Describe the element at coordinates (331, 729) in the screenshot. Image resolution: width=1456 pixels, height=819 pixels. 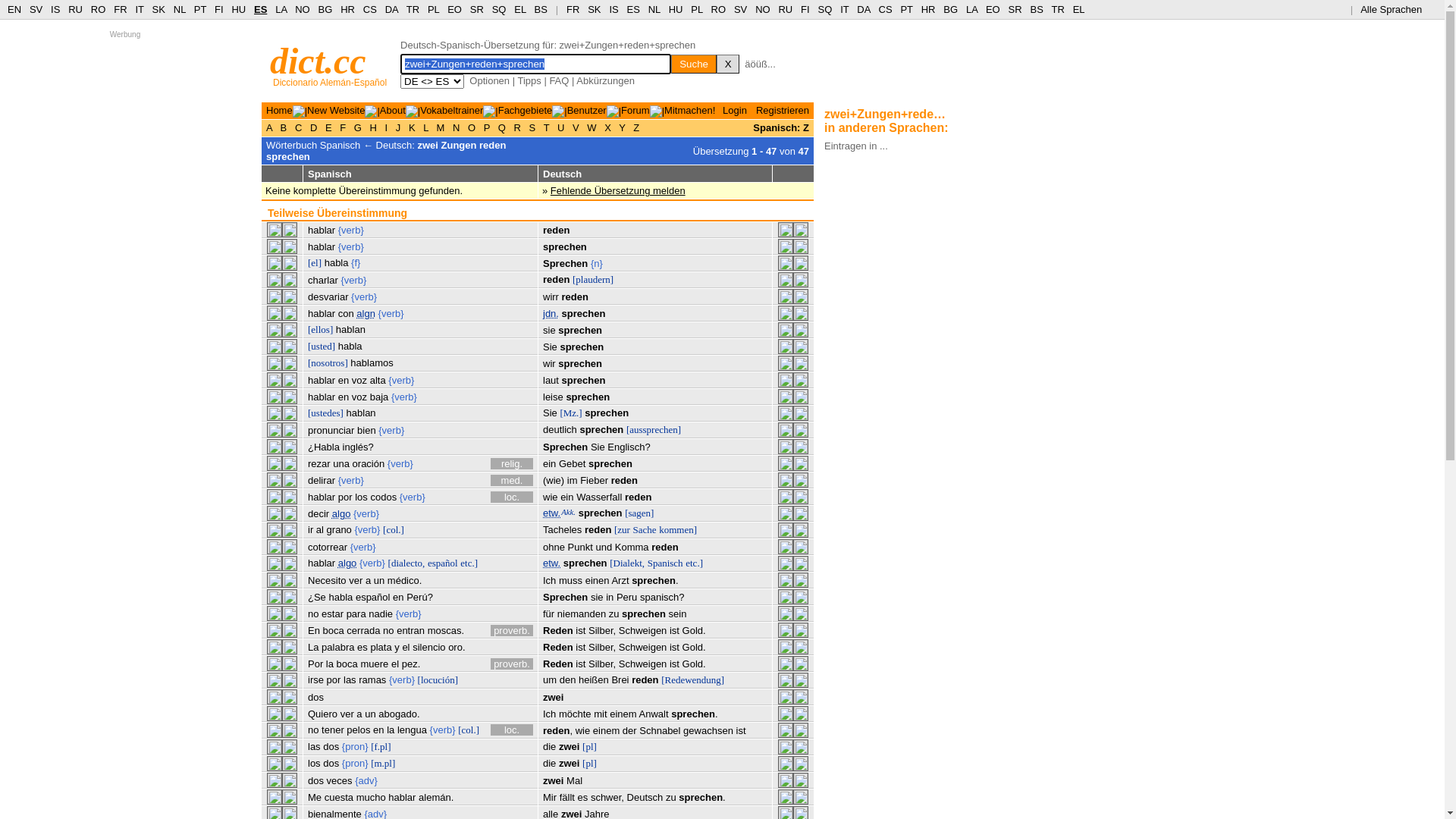
I see `'tener'` at that location.